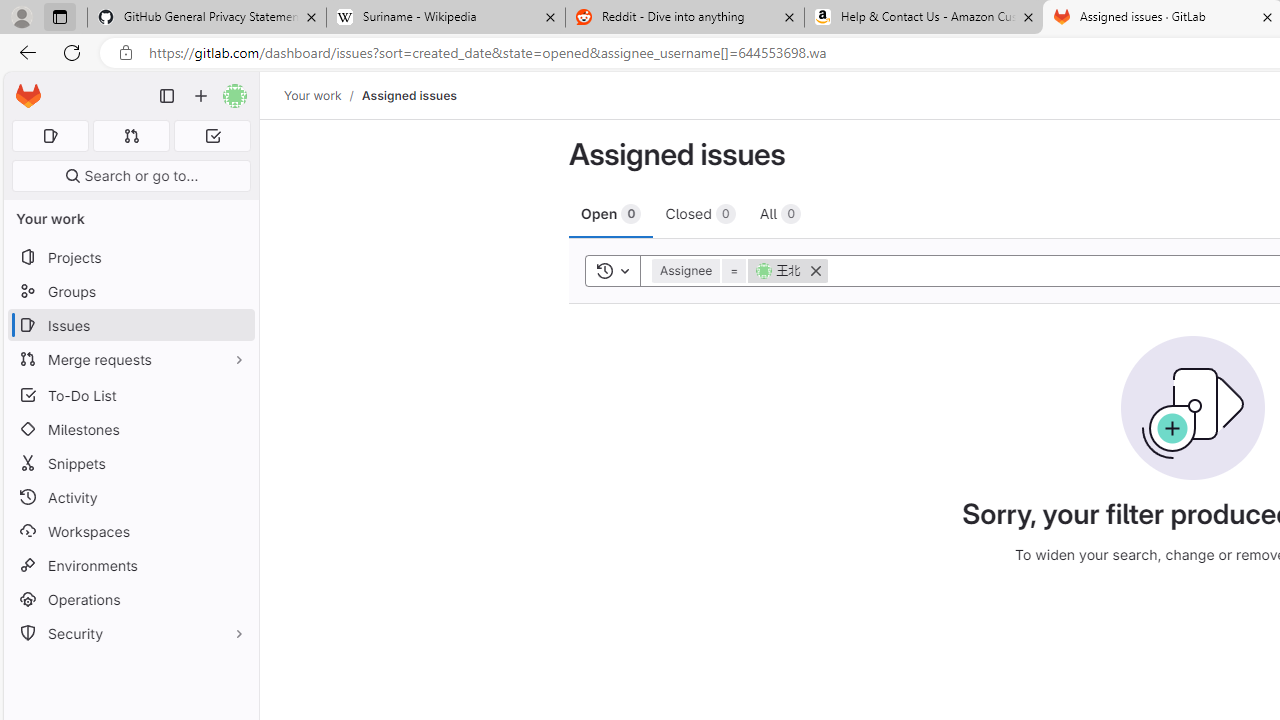 The height and width of the screenshot is (720, 1280). I want to click on 'Groups', so click(130, 291).